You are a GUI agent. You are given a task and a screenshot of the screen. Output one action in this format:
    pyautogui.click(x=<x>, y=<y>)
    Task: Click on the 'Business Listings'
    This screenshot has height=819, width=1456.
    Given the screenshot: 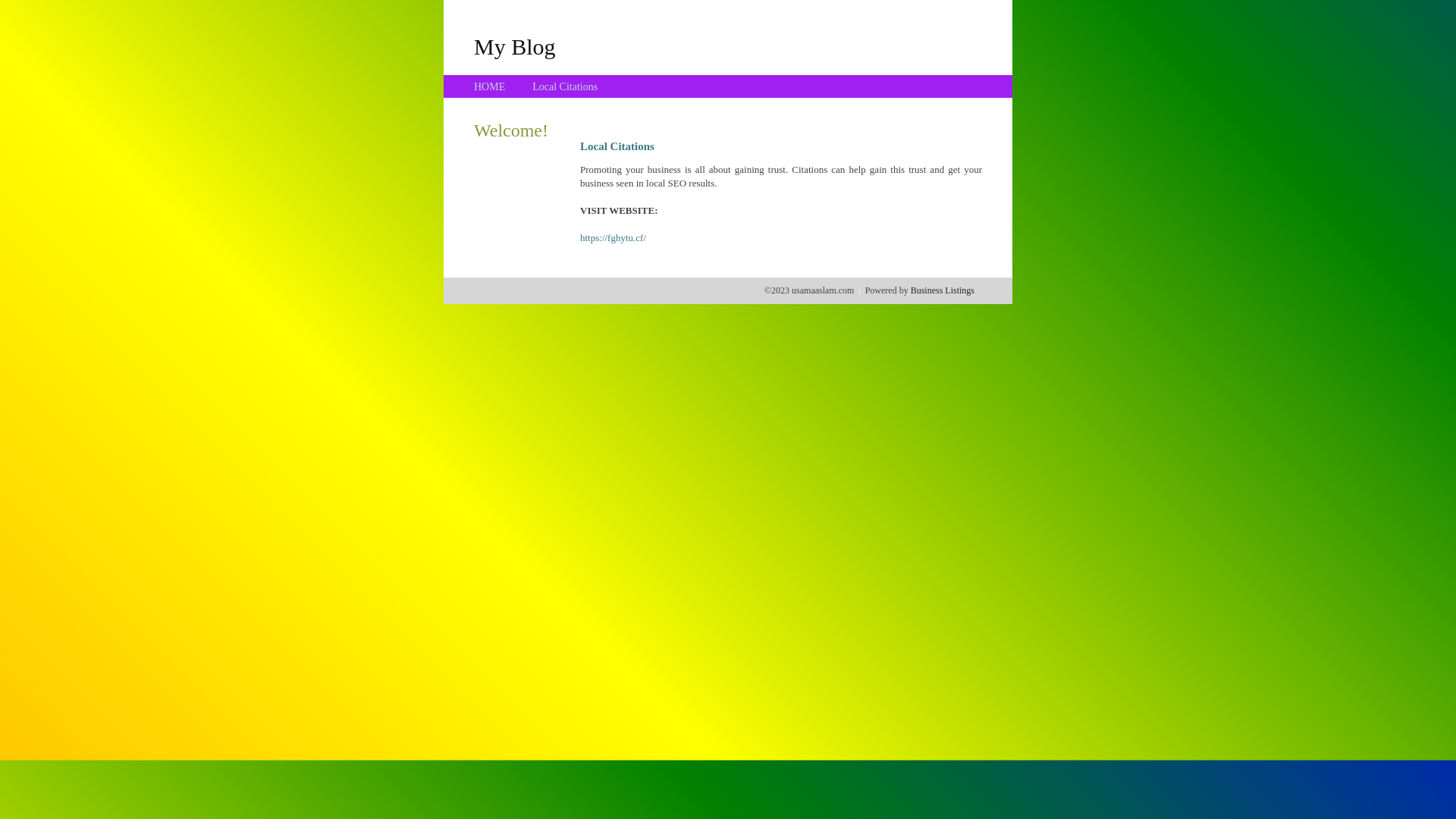 What is the action you would take?
    pyautogui.click(x=942, y=290)
    